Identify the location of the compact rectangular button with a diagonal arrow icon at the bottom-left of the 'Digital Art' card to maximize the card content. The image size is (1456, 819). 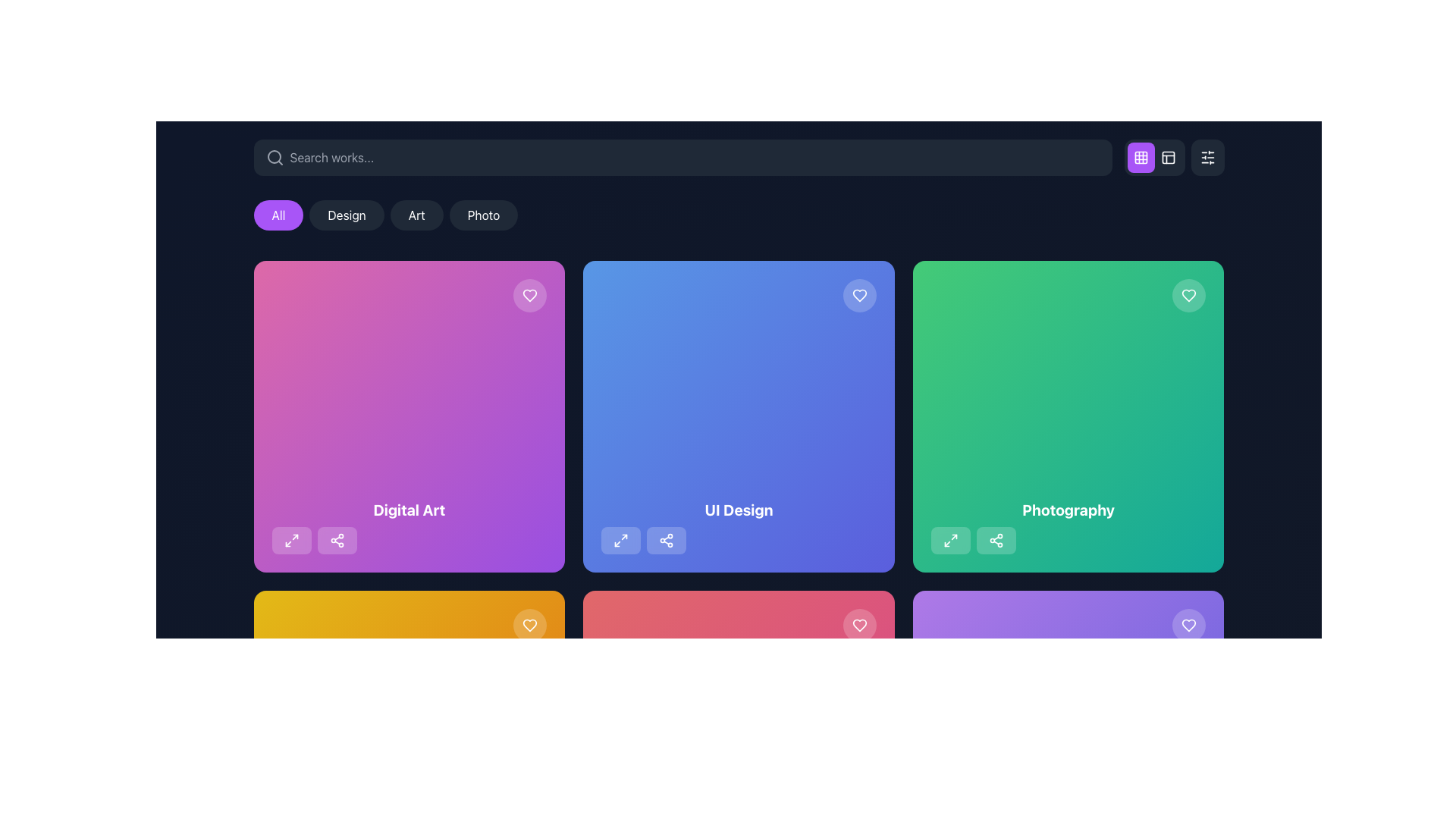
(291, 539).